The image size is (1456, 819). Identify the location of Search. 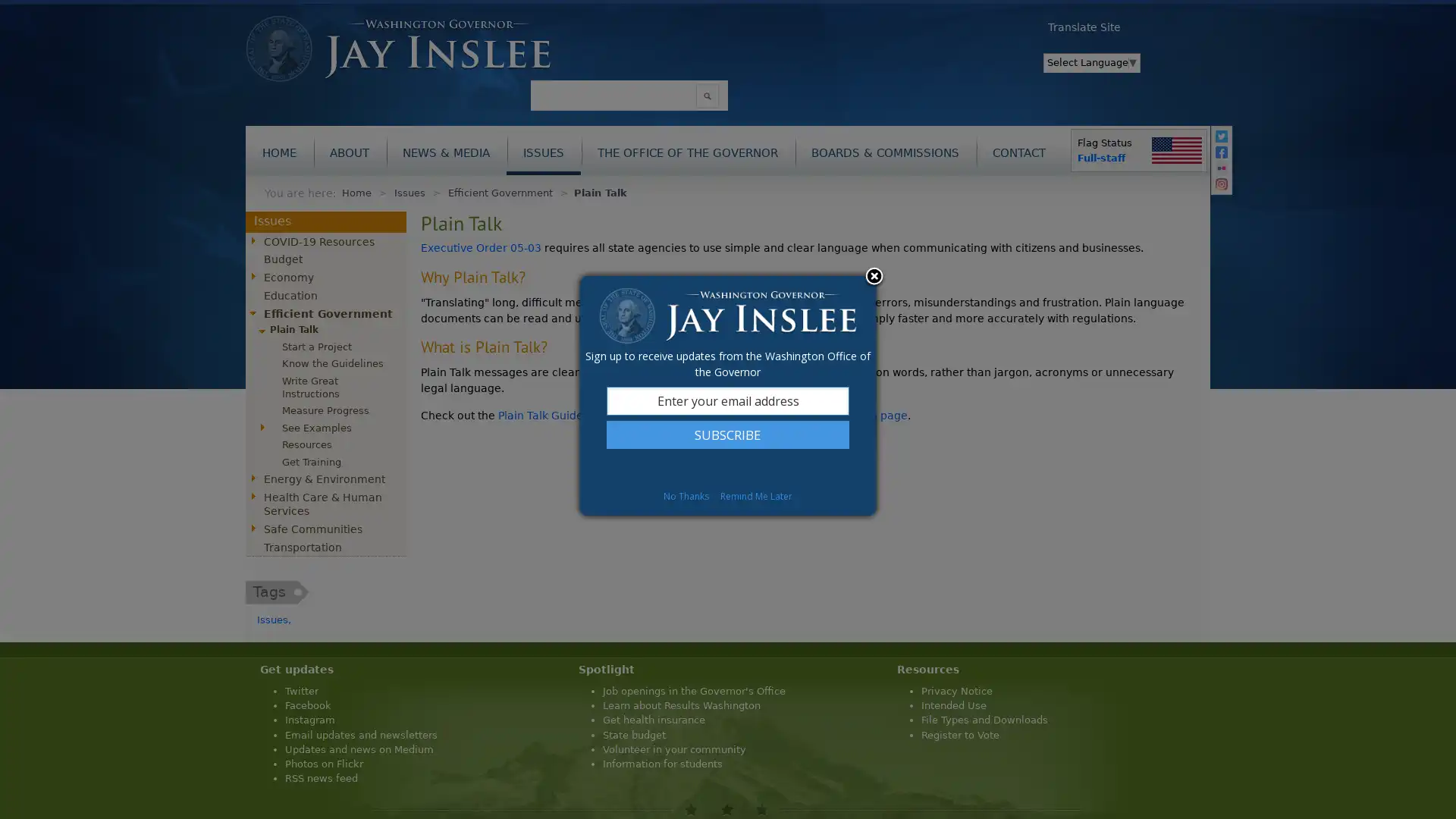
(706, 96).